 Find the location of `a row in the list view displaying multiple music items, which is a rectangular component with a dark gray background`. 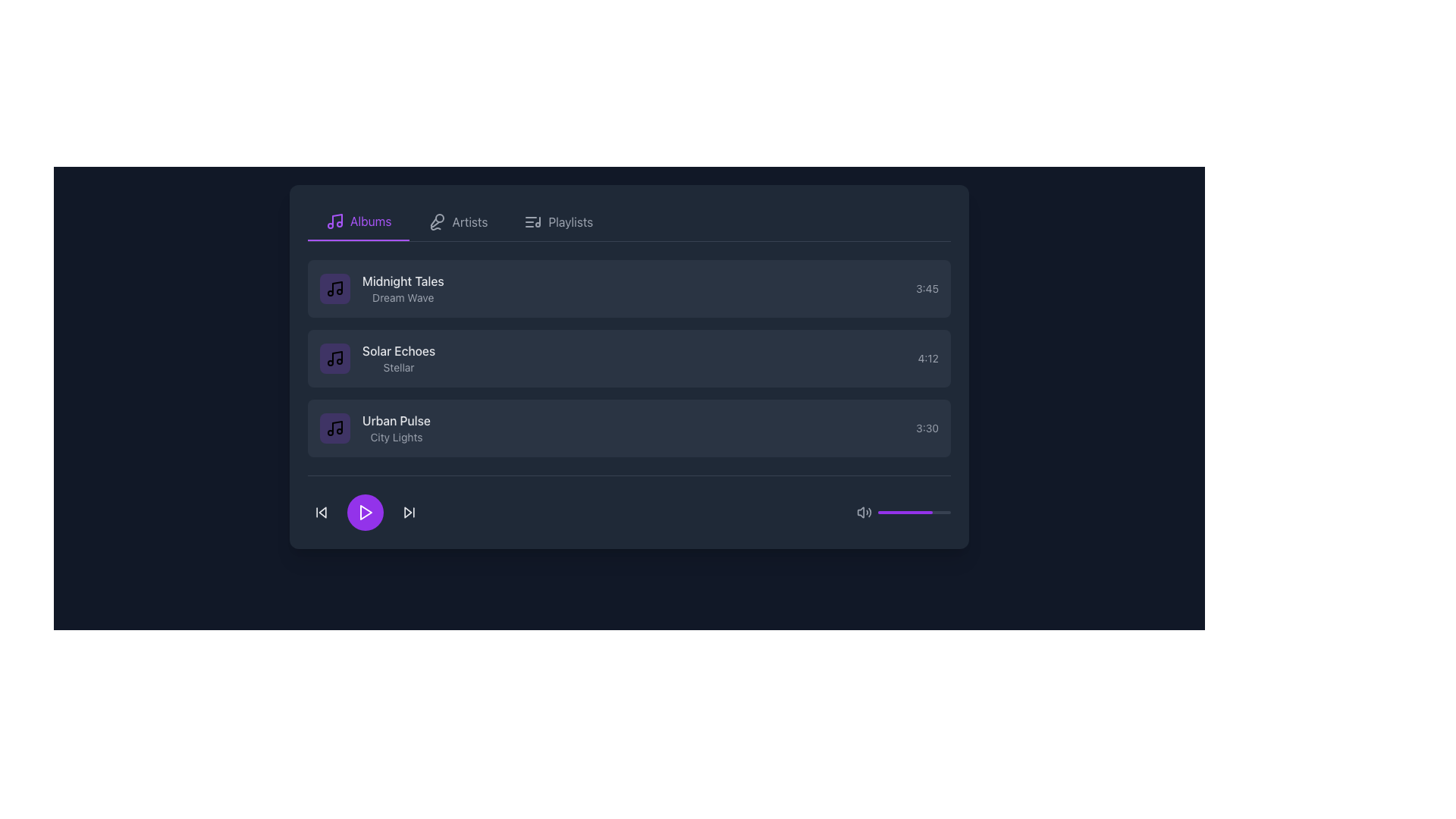

a row in the list view displaying multiple music items, which is a rectangular component with a dark gray background is located at coordinates (629, 366).